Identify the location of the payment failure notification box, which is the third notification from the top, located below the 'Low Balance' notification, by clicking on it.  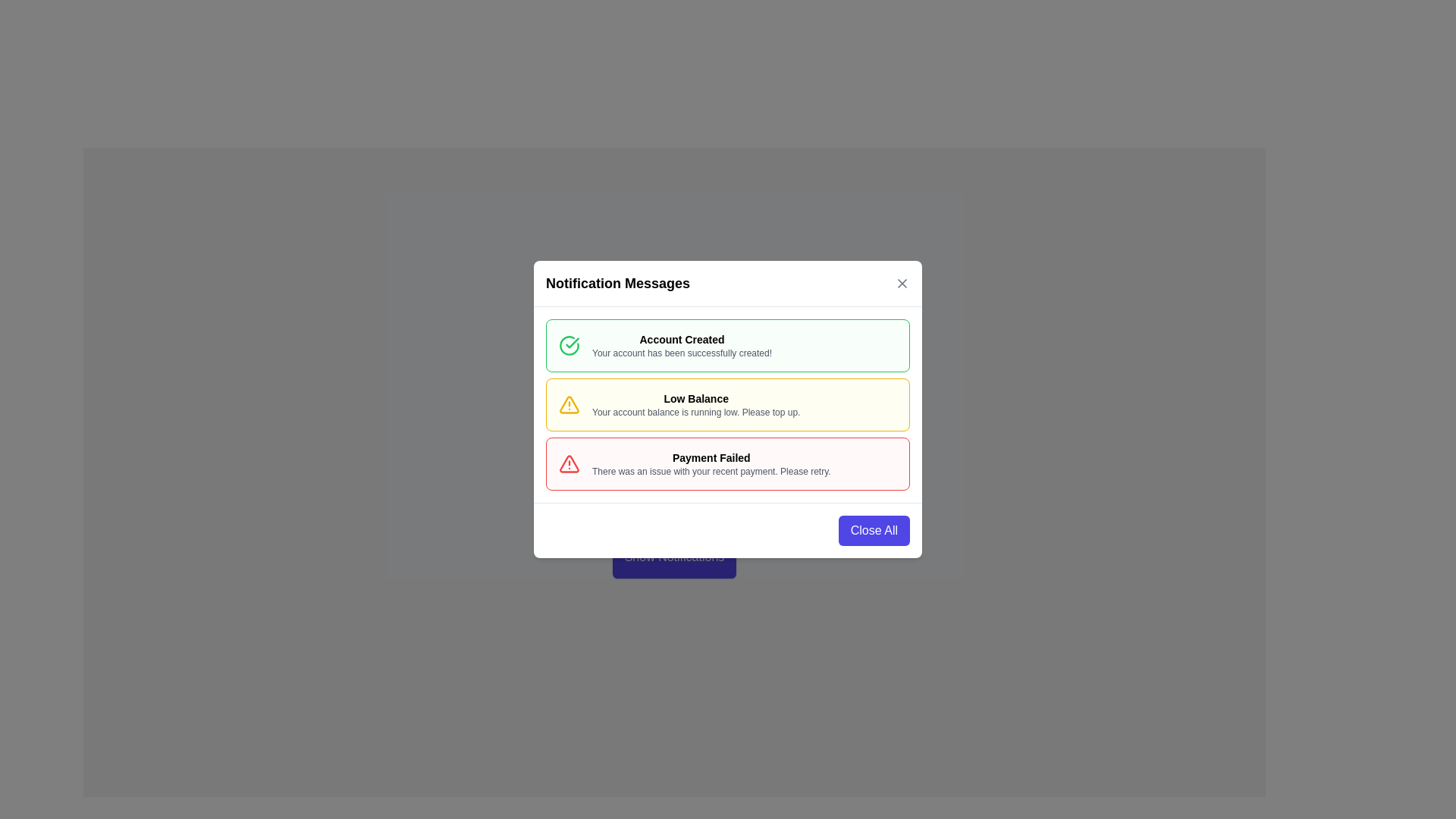
(728, 463).